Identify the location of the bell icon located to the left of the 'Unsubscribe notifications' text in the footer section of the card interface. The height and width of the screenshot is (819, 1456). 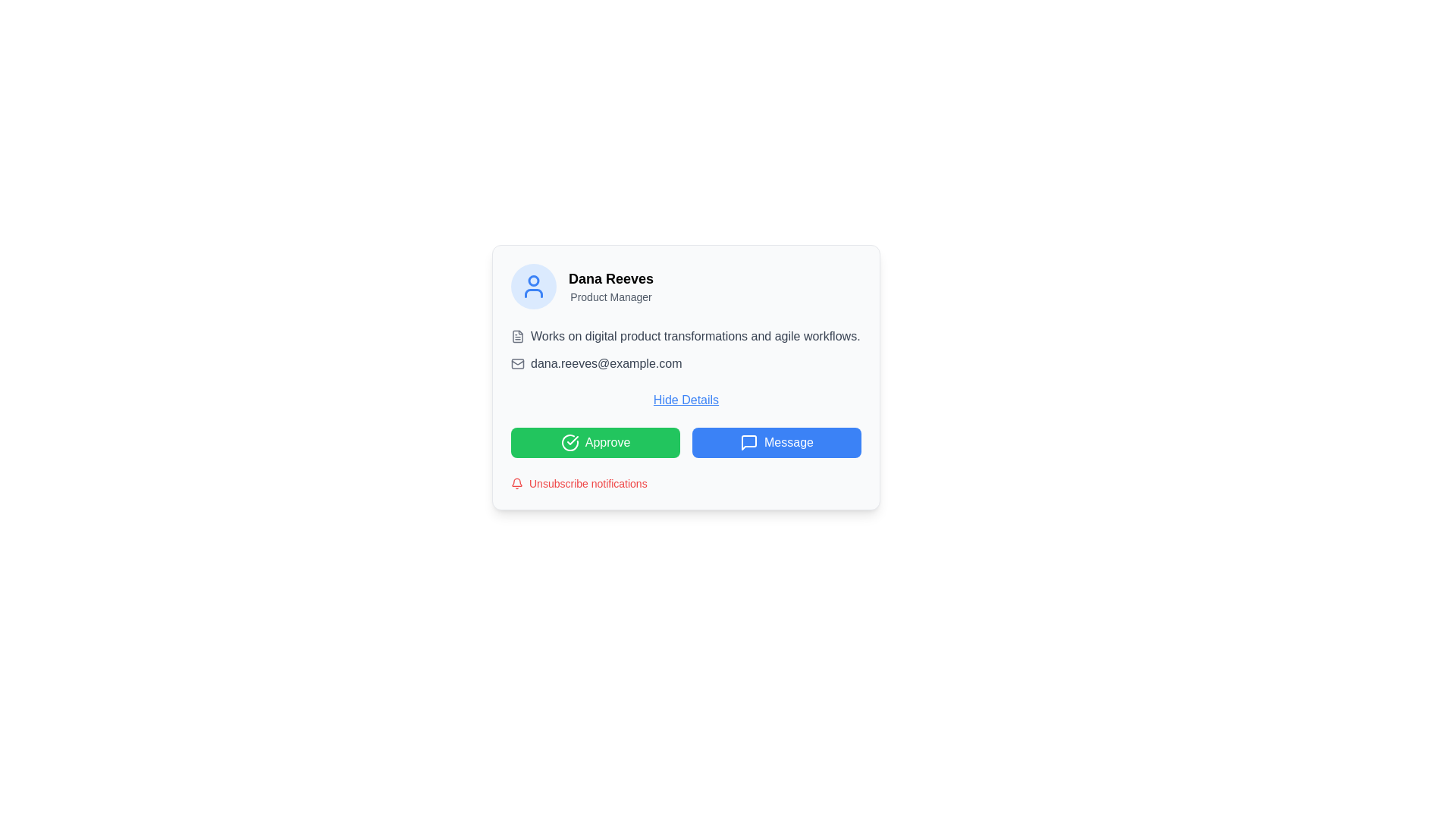
(516, 483).